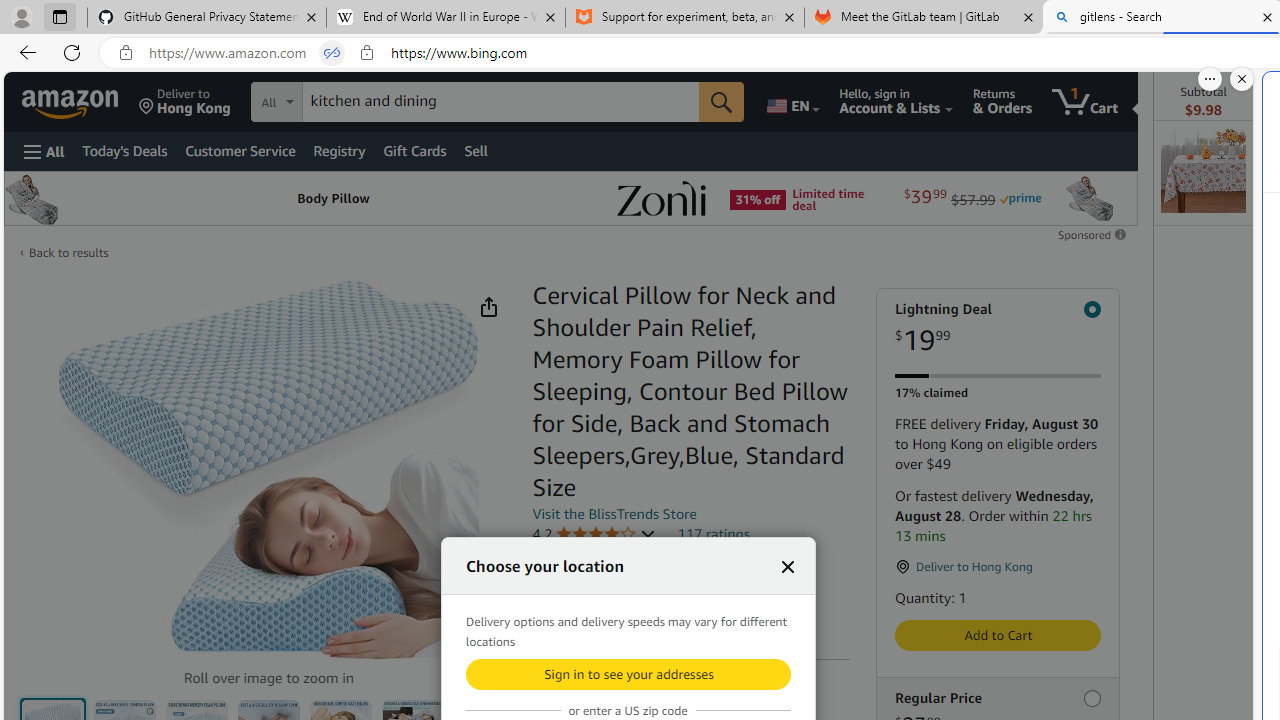 Image resolution: width=1280 pixels, height=720 pixels. What do you see at coordinates (997, 327) in the screenshot?
I see `'Lightning Deal $19.99'` at bounding box center [997, 327].